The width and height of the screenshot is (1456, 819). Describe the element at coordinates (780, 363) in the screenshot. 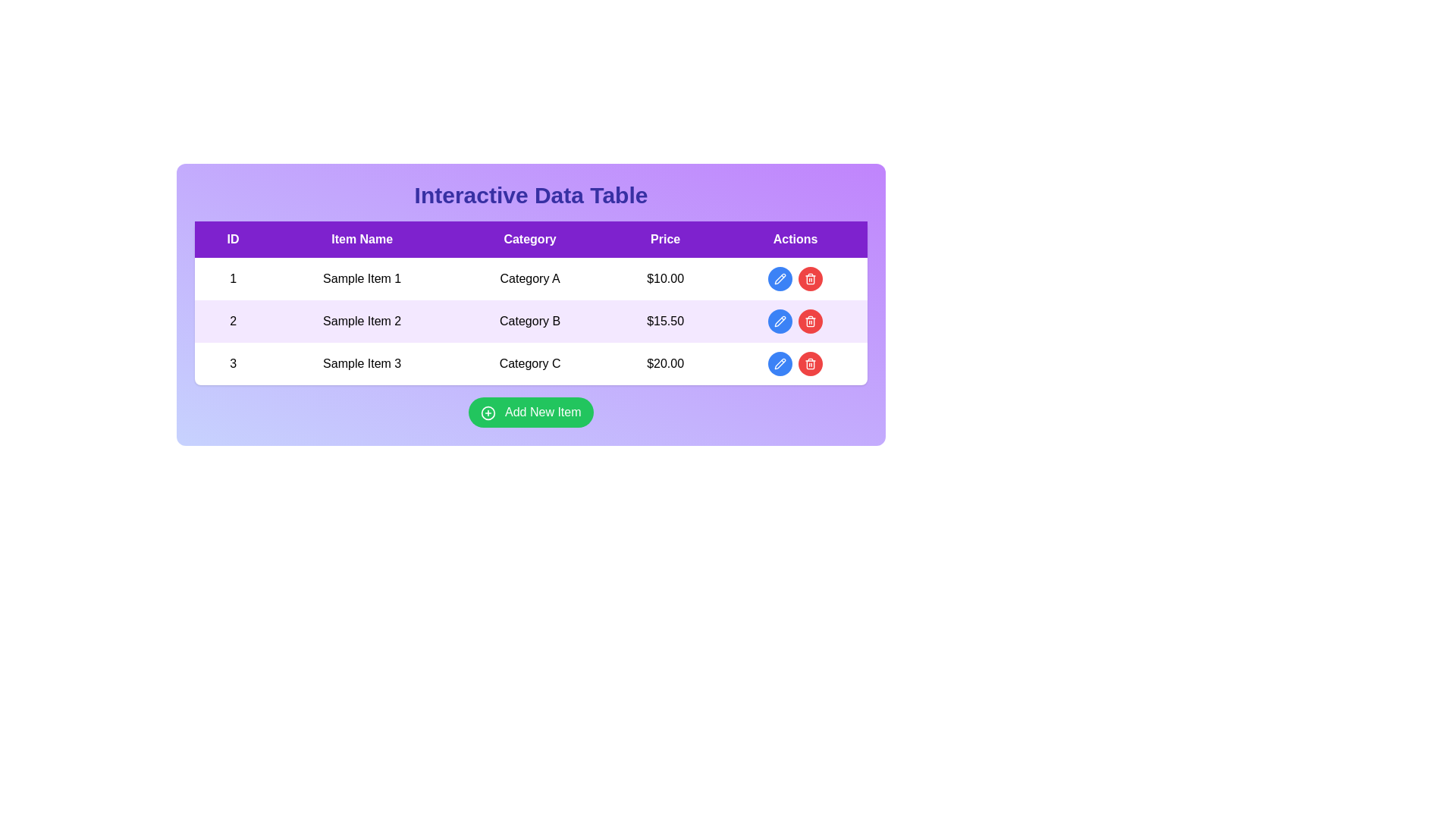

I see `the edit icon button located in the 'Actions' column of the table's second row to observe any interactive changes` at that location.